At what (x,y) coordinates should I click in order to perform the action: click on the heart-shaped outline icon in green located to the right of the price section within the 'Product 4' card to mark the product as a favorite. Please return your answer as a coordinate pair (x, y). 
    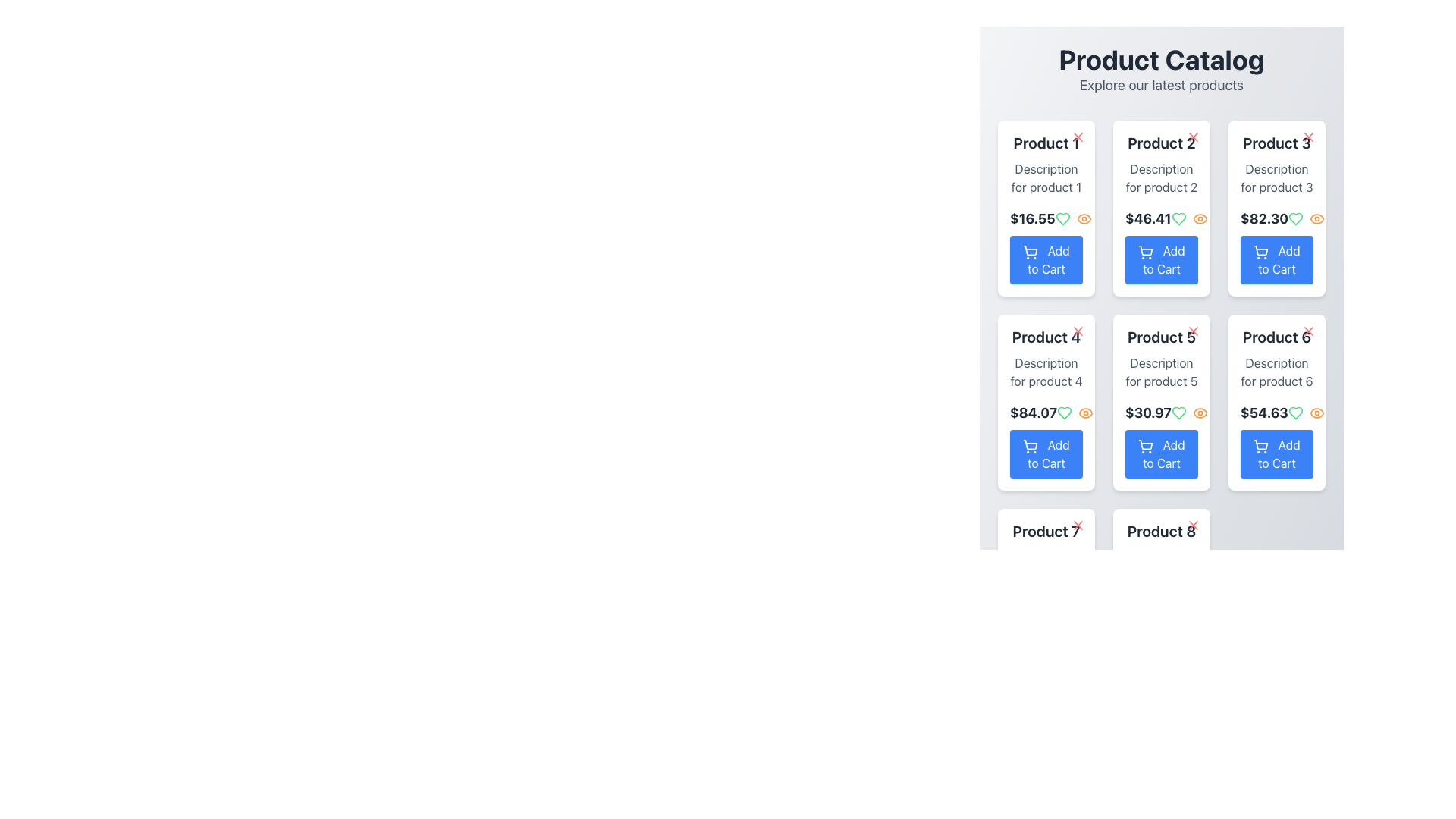
    Looking at the image, I should click on (1064, 413).